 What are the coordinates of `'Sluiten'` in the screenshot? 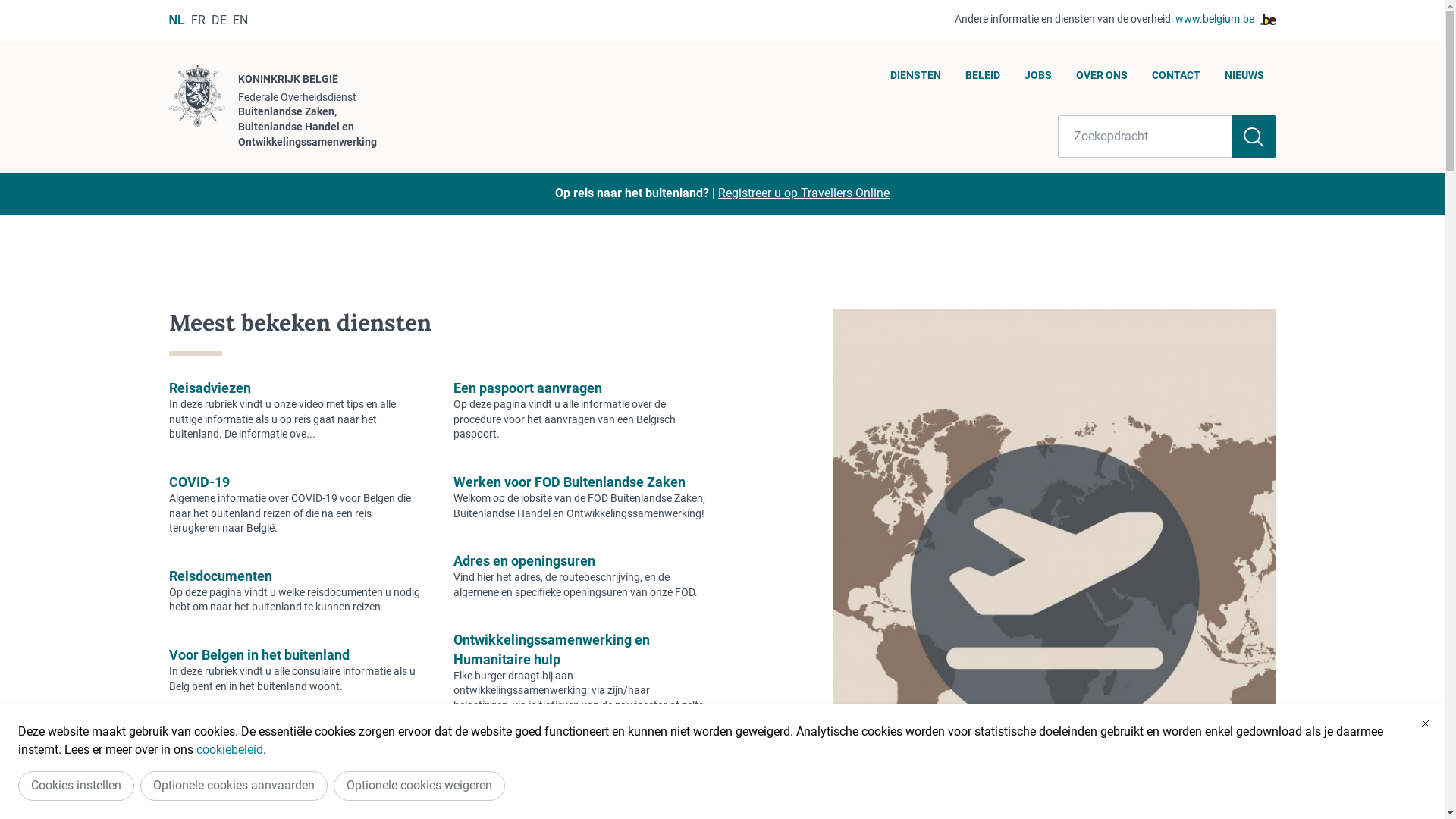 It's located at (1425, 722).